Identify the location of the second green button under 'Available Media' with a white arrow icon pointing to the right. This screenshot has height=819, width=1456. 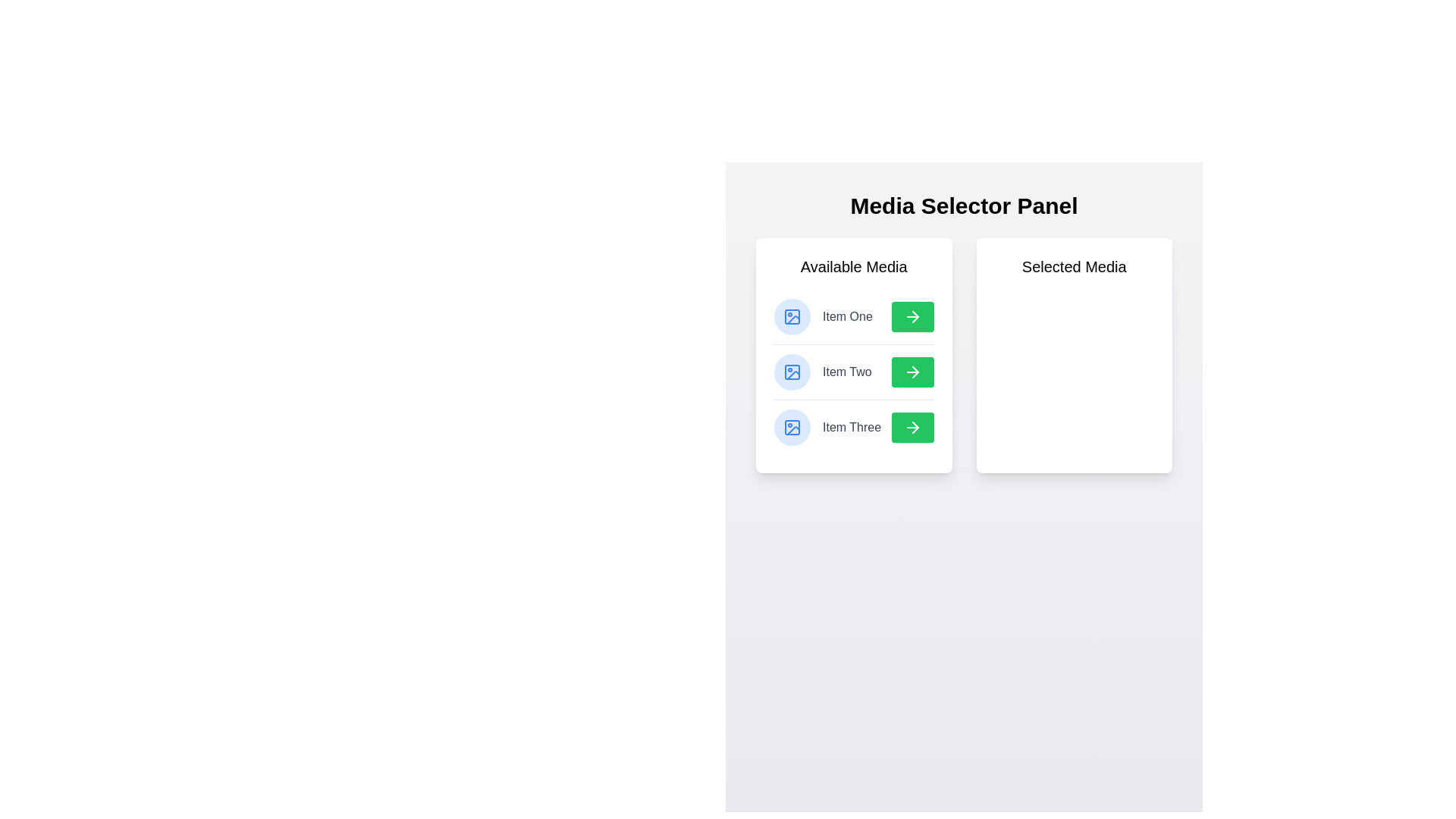
(912, 372).